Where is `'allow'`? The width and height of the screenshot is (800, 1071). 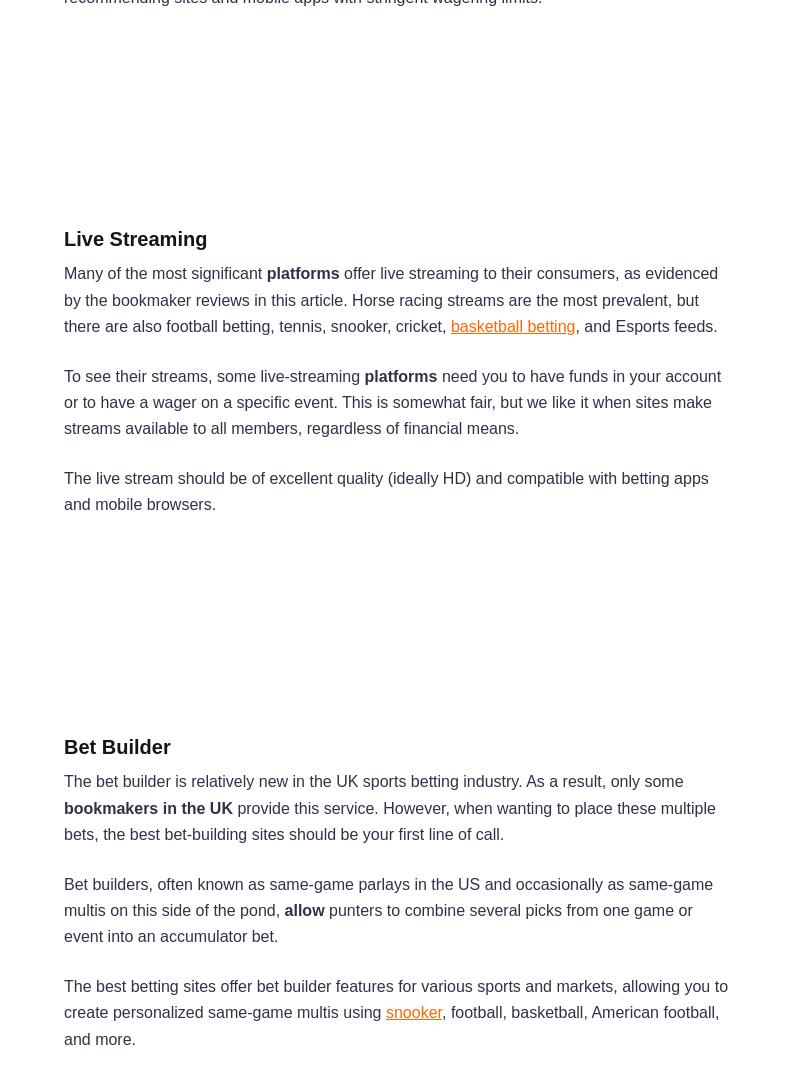
'allow' is located at coordinates (305, 909).